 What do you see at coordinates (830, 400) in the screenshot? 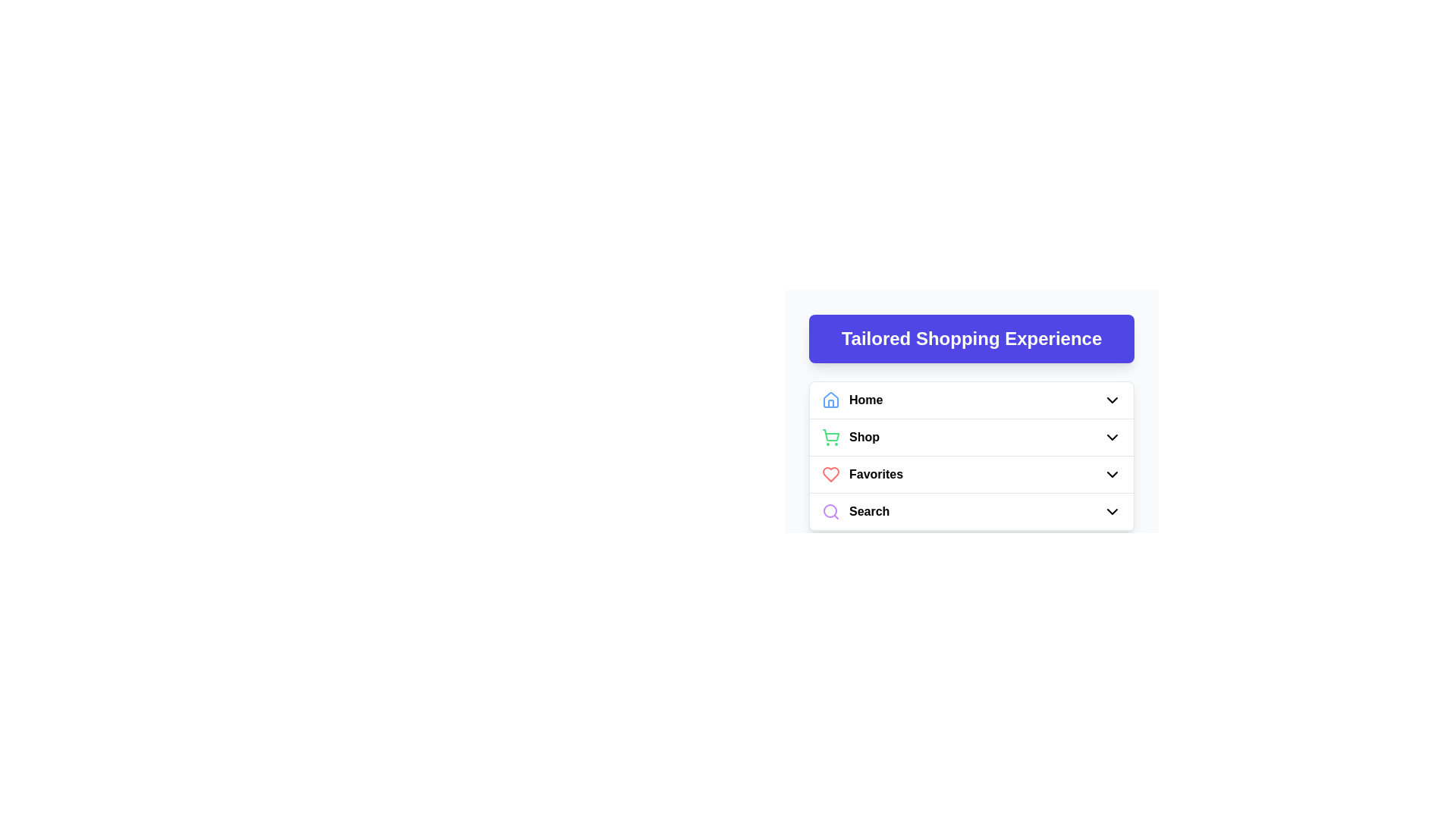
I see `the house-shaped icon with a blue outline located to the left of the text 'Home' in the top-left corner of the vertical list menu` at bounding box center [830, 400].